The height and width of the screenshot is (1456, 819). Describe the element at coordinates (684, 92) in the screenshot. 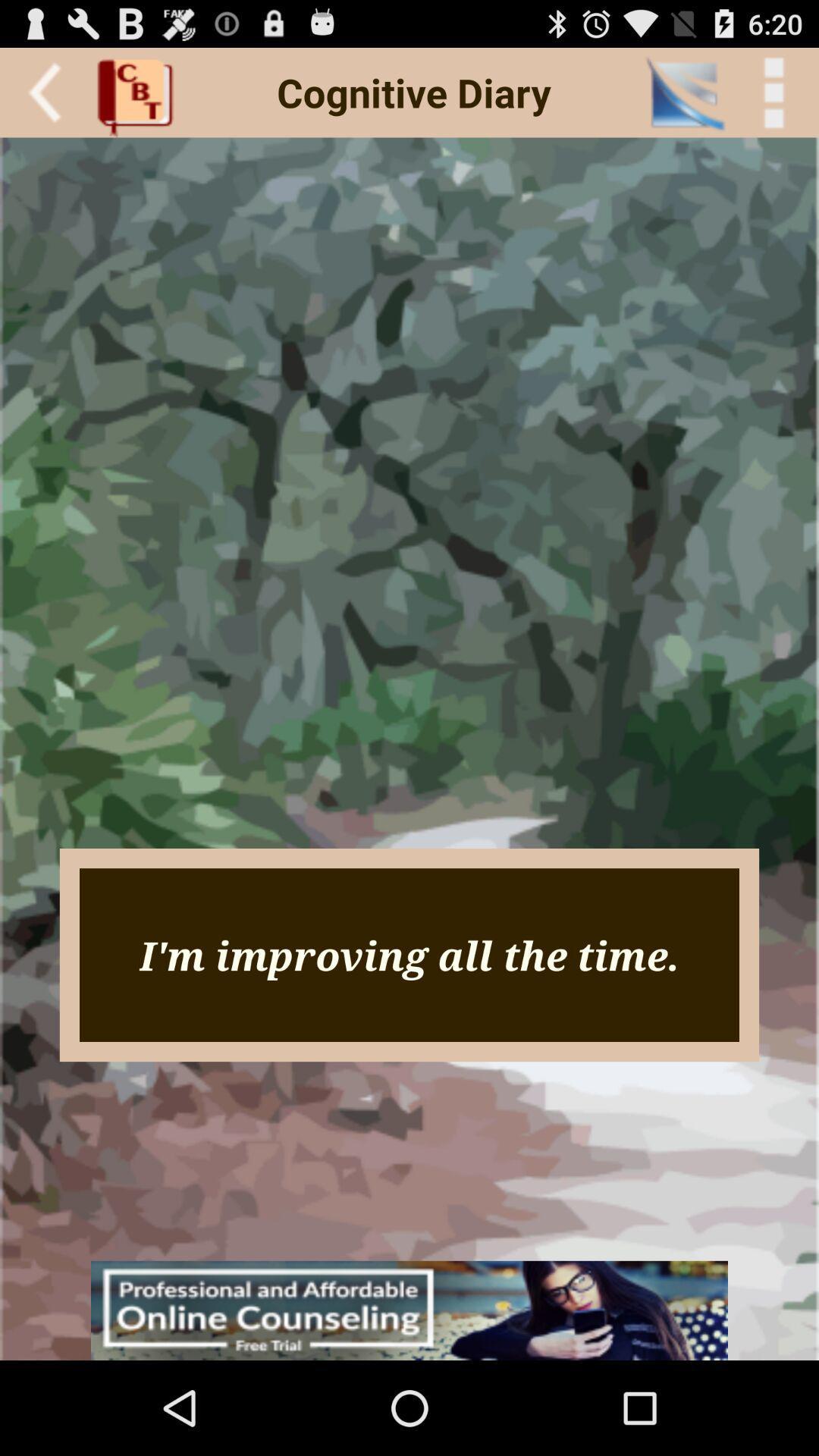

I see `app next to the < back item` at that location.